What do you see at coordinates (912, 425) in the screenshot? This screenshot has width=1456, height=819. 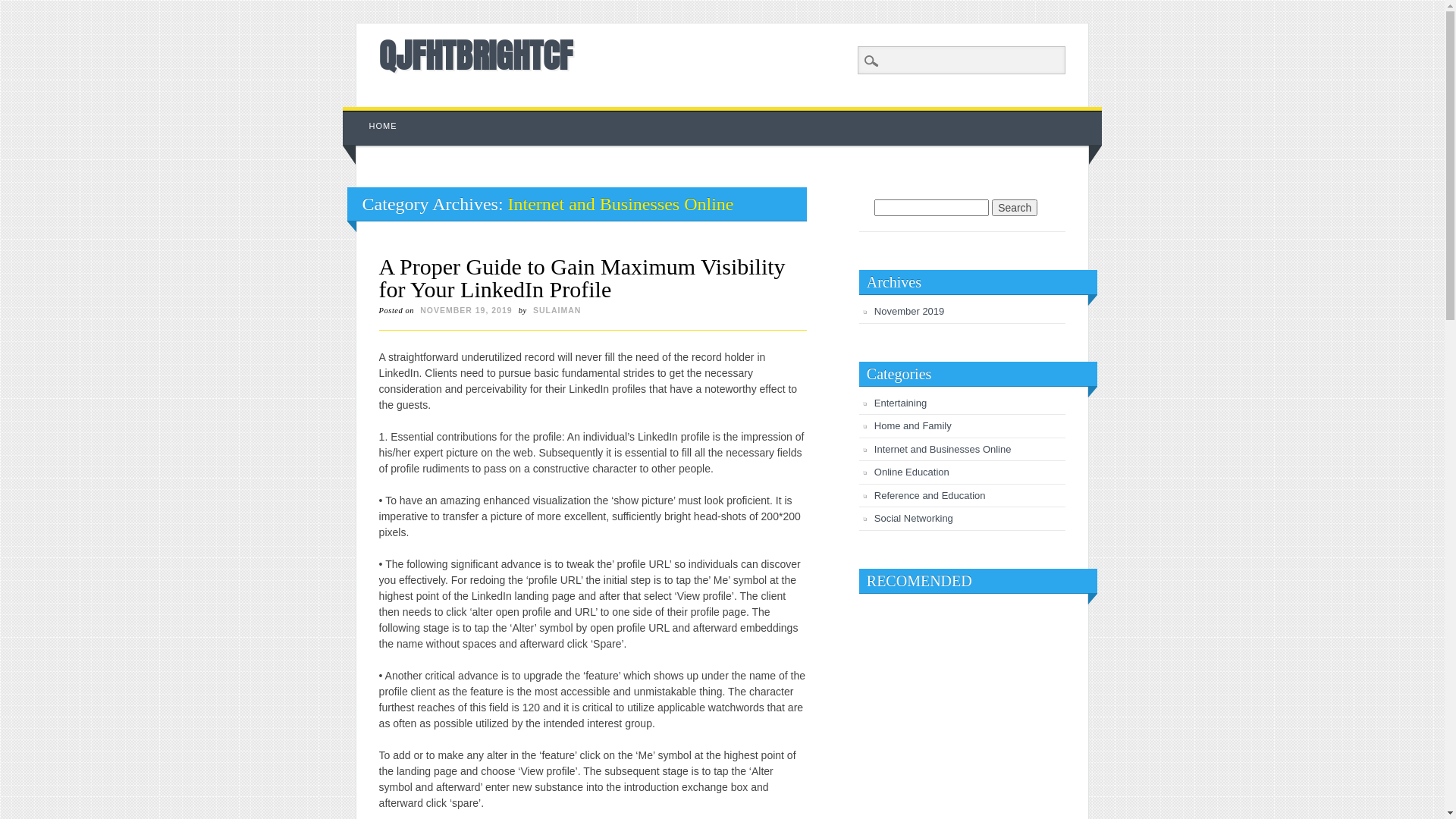 I see `'Home and Family'` at bounding box center [912, 425].